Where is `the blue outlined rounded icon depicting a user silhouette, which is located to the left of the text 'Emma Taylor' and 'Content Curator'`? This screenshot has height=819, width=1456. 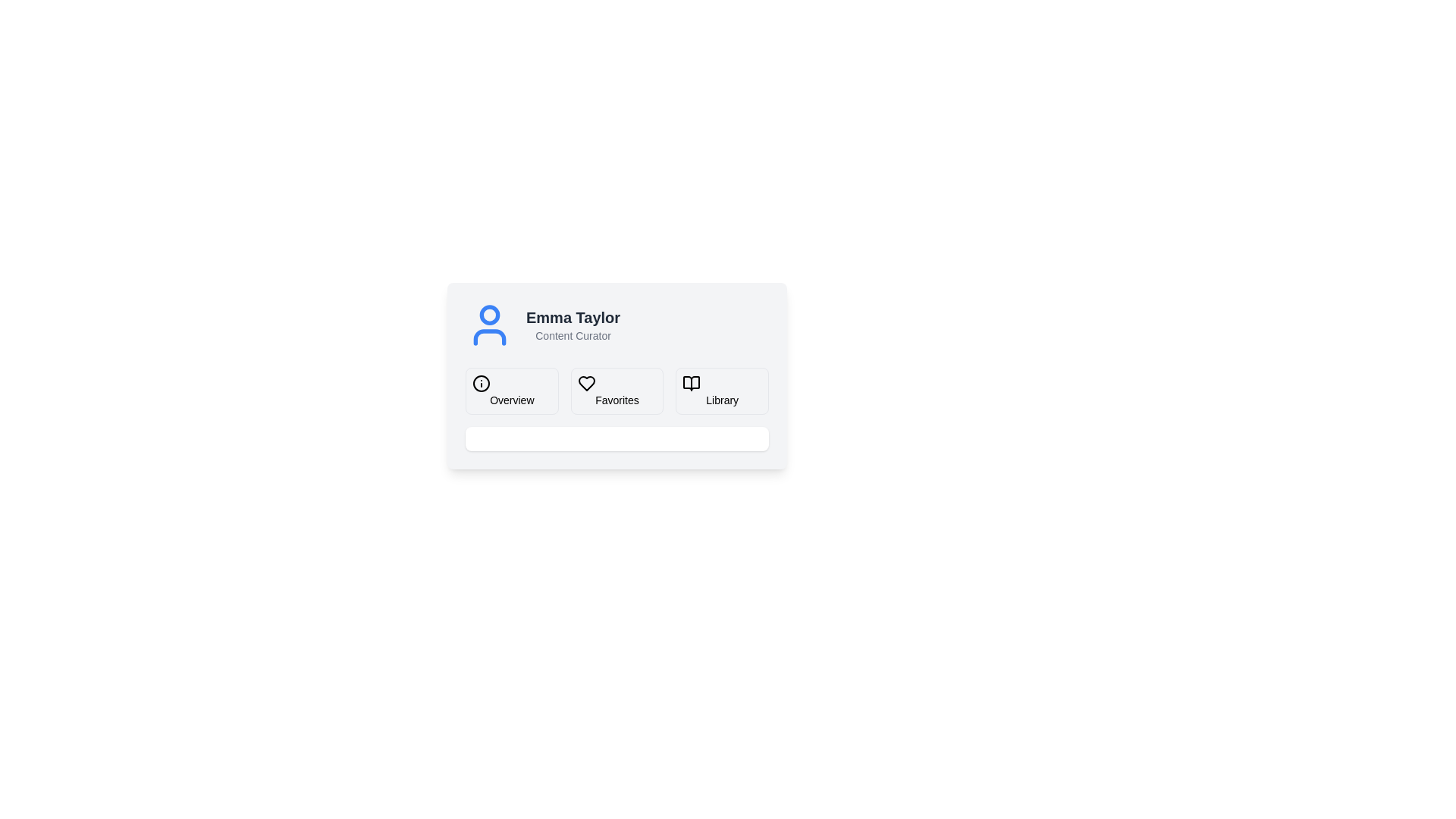
the blue outlined rounded icon depicting a user silhouette, which is located to the left of the text 'Emma Taylor' and 'Content Curator' is located at coordinates (490, 324).